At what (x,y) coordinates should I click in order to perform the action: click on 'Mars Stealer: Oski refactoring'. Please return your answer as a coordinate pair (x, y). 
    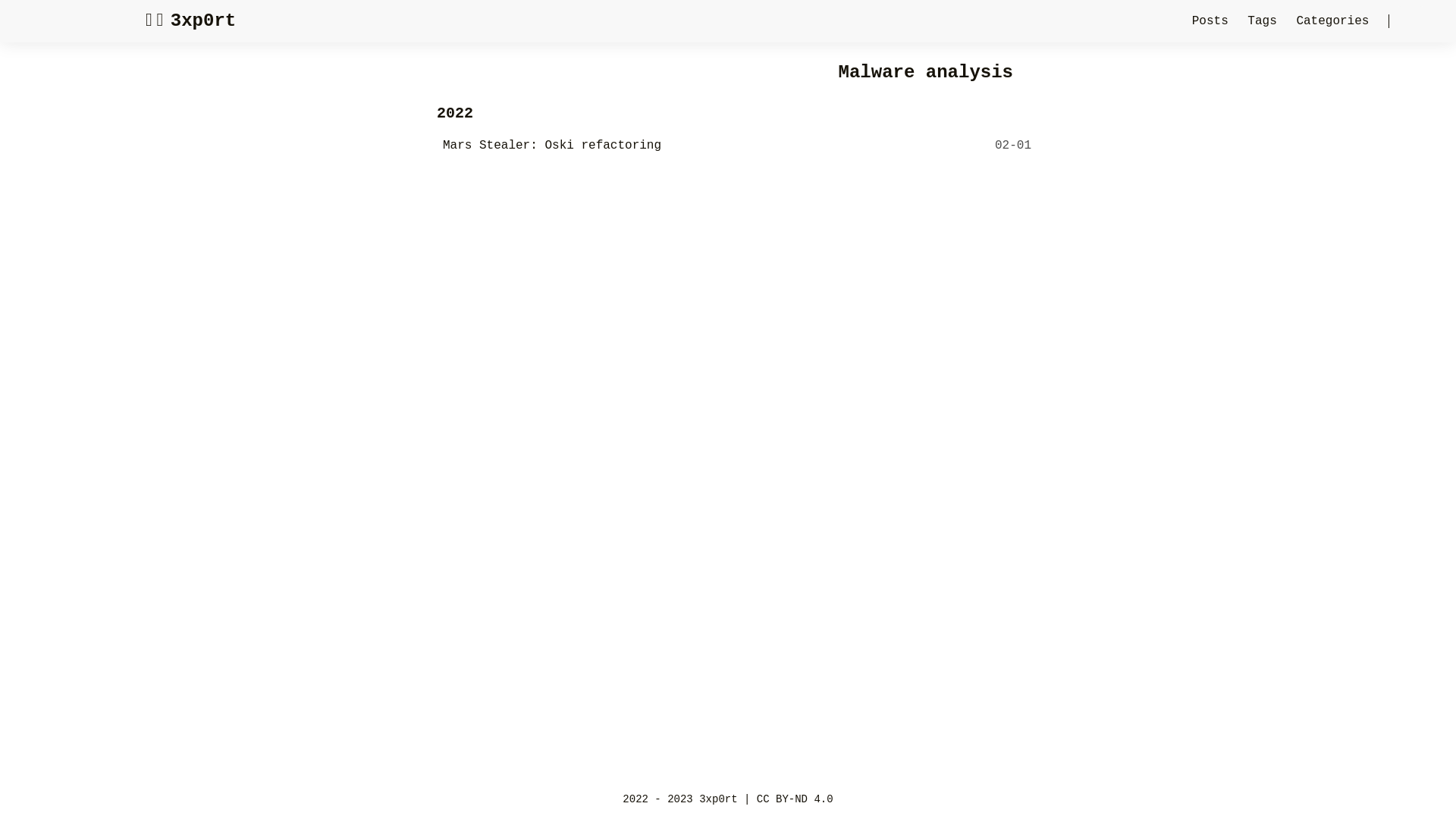
    Looking at the image, I should click on (551, 146).